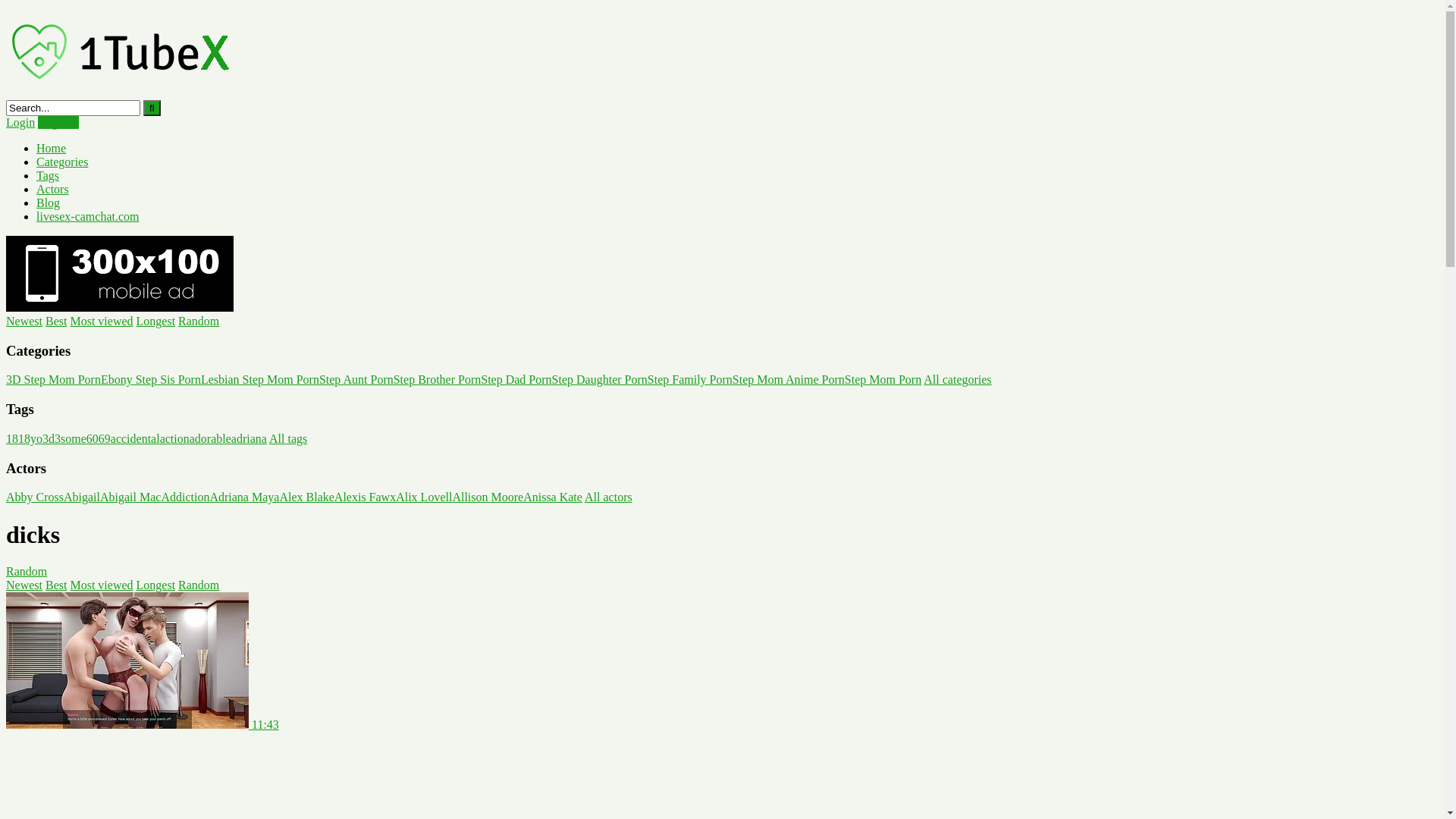 This screenshot has height=819, width=1456. Describe the element at coordinates (287, 438) in the screenshot. I see `'All tags'` at that location.